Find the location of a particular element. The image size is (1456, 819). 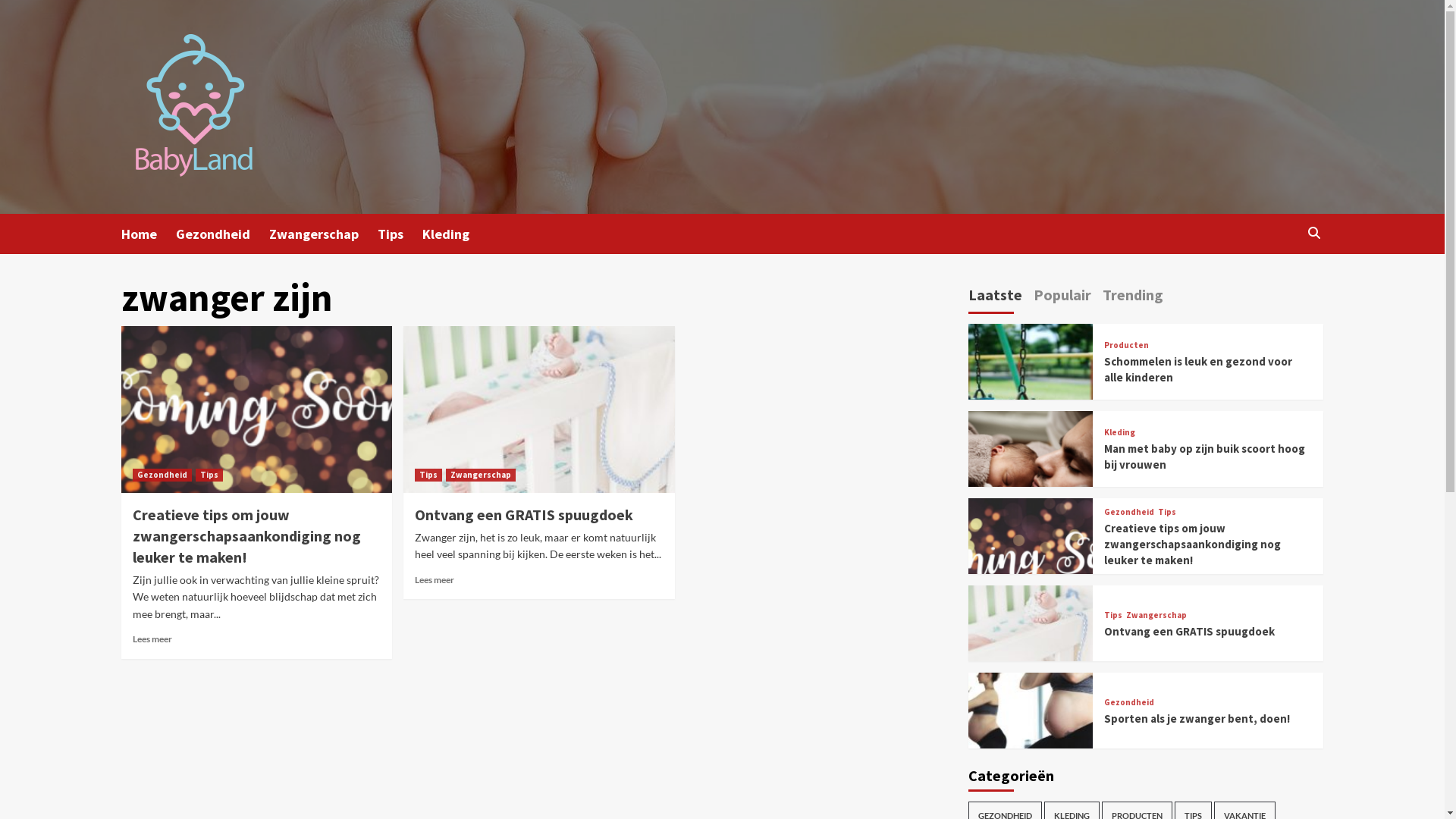

'Trending' is located at coordinates (1132, 297).